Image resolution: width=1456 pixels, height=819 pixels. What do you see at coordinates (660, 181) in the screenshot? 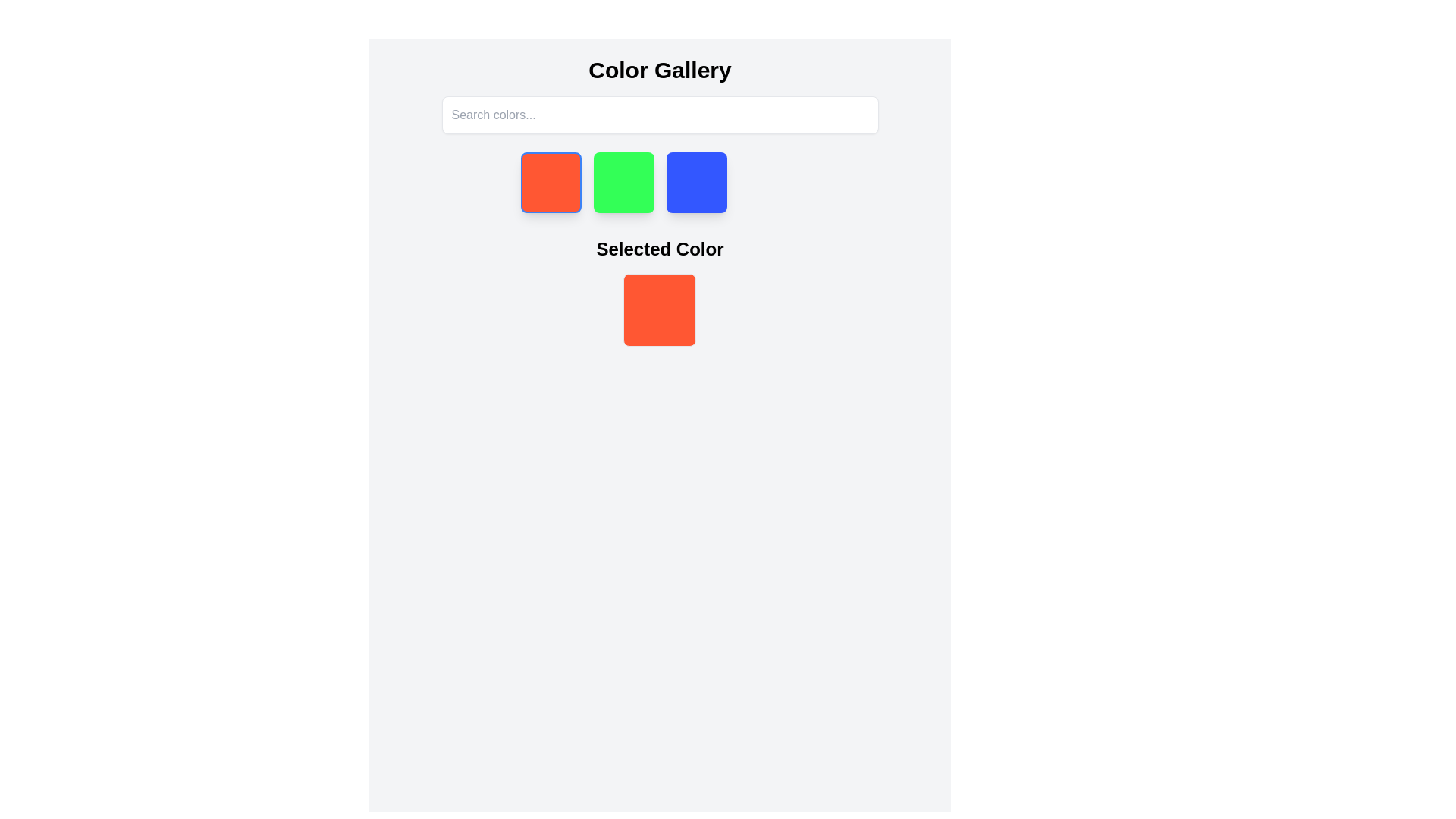
I see `one of the colored tiles from the color selection grid located below 'Color Gallery'` at bounding box center [660, 181].